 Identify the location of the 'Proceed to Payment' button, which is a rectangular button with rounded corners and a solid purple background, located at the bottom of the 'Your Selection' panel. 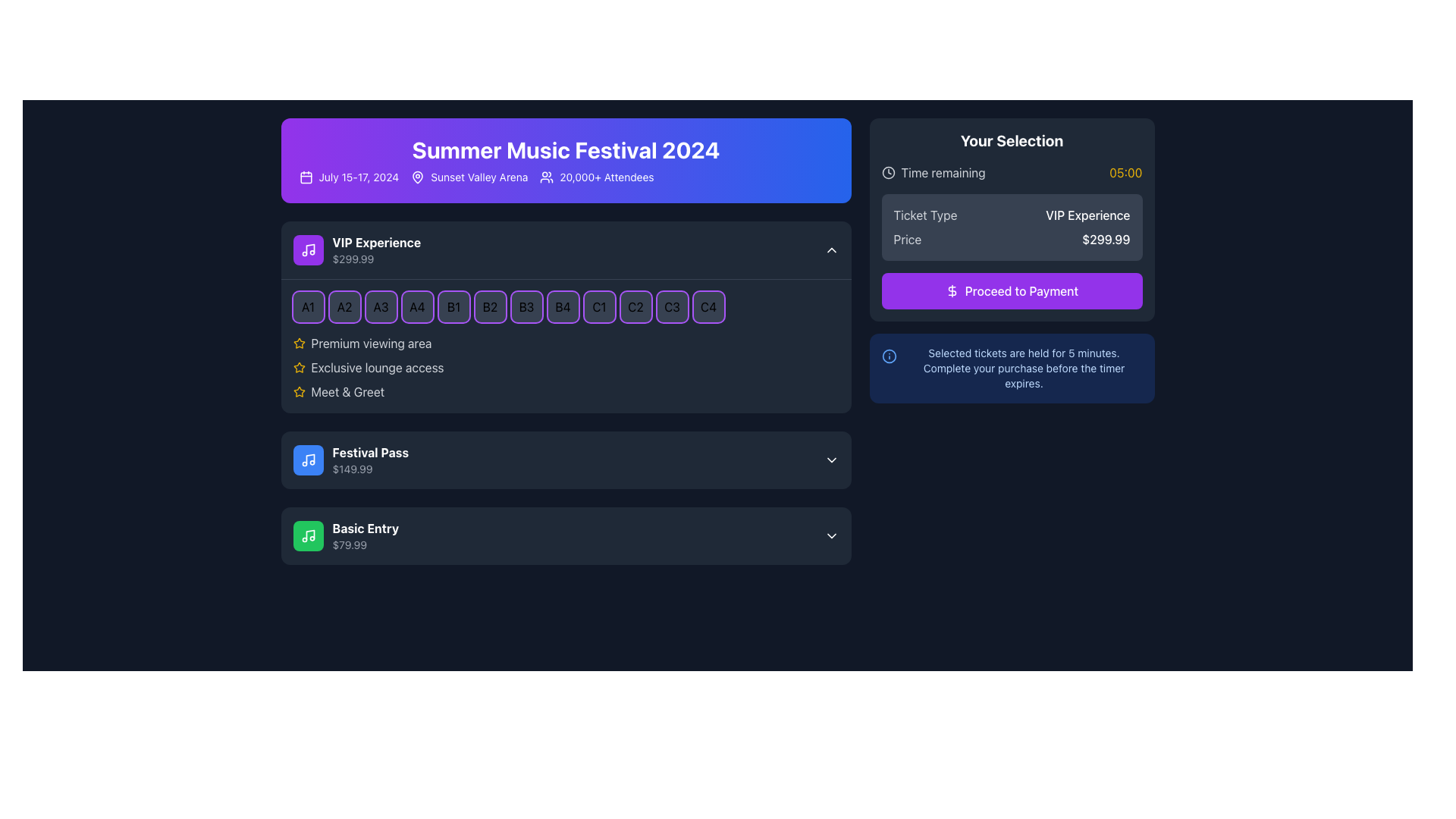
(1012, 291).